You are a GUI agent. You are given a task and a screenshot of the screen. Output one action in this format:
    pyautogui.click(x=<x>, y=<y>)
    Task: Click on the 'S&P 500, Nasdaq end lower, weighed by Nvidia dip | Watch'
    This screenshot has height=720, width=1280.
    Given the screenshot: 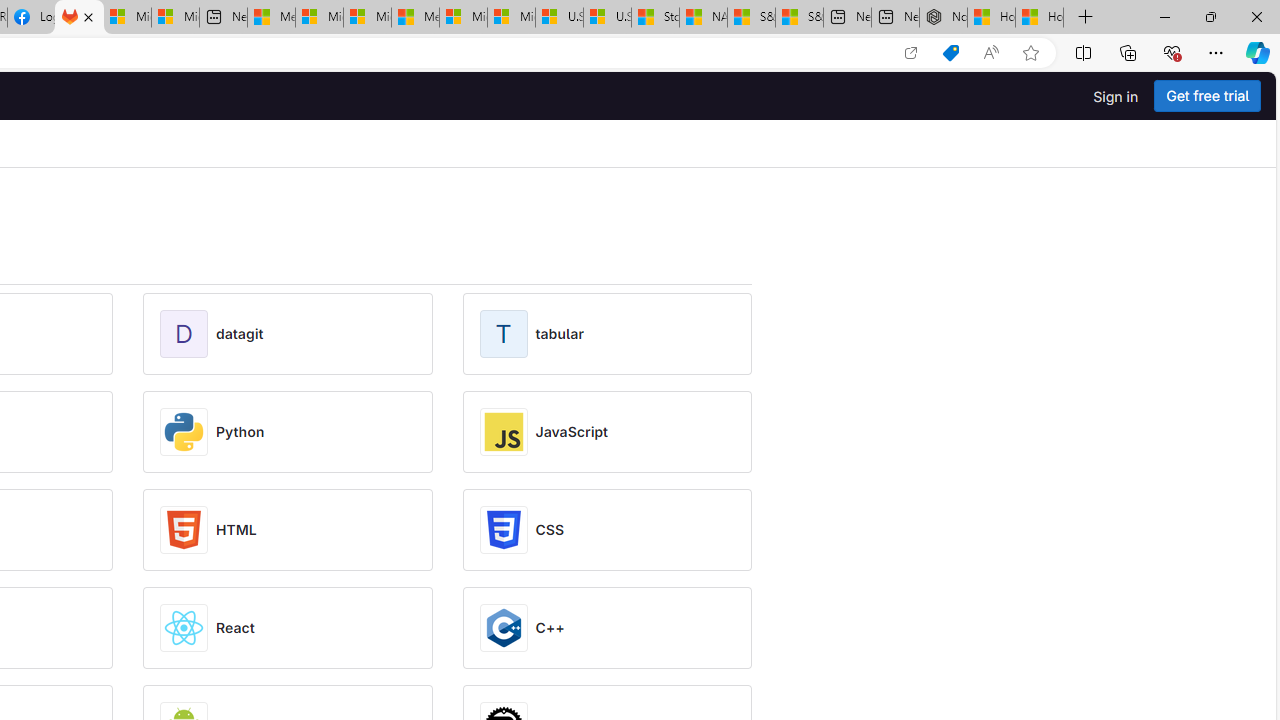 What is the action you would take?
    pyautogui.click(x=798, y=17)
    